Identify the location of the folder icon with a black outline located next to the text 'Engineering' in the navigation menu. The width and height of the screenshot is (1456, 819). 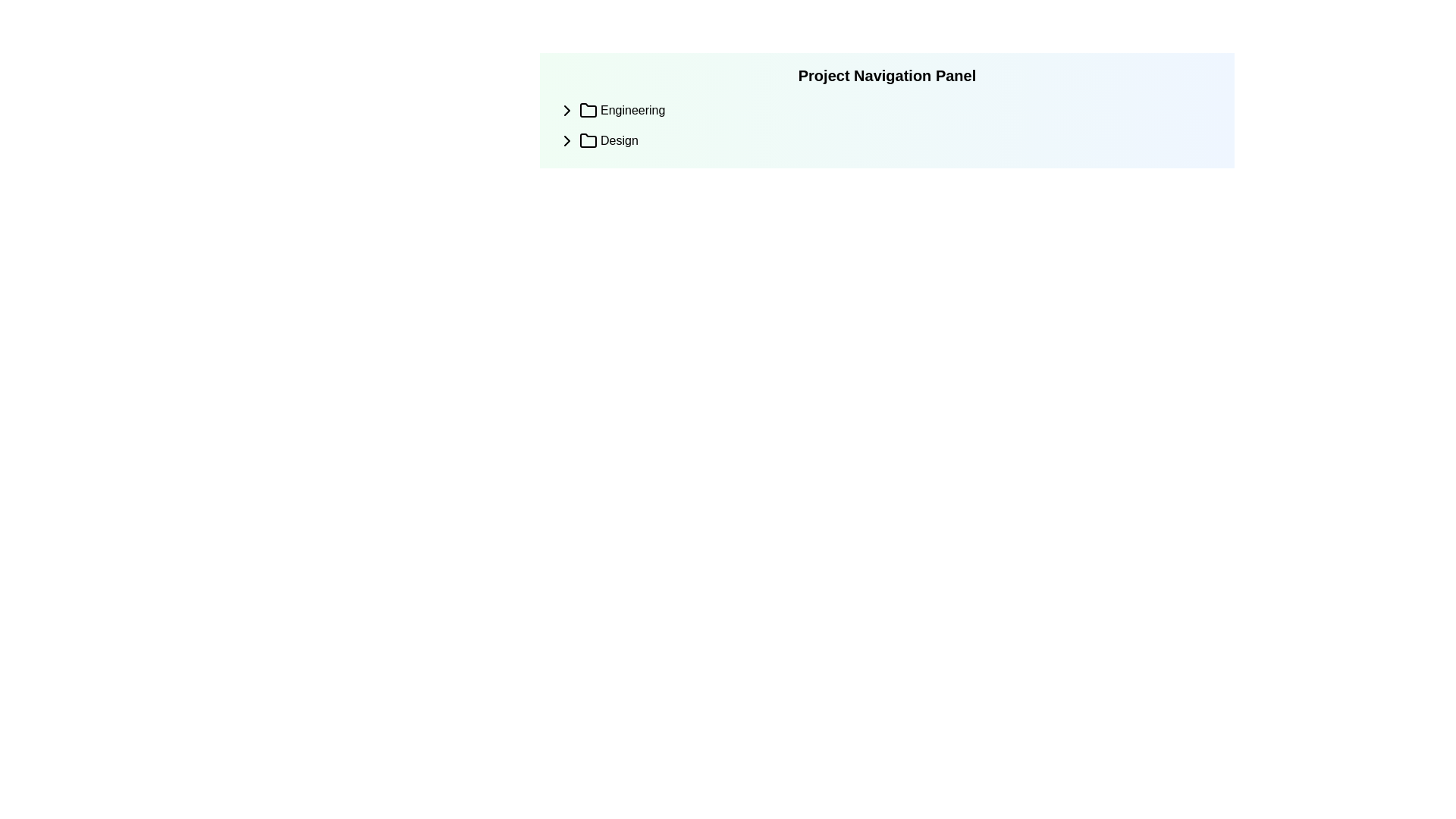
(588, 110).